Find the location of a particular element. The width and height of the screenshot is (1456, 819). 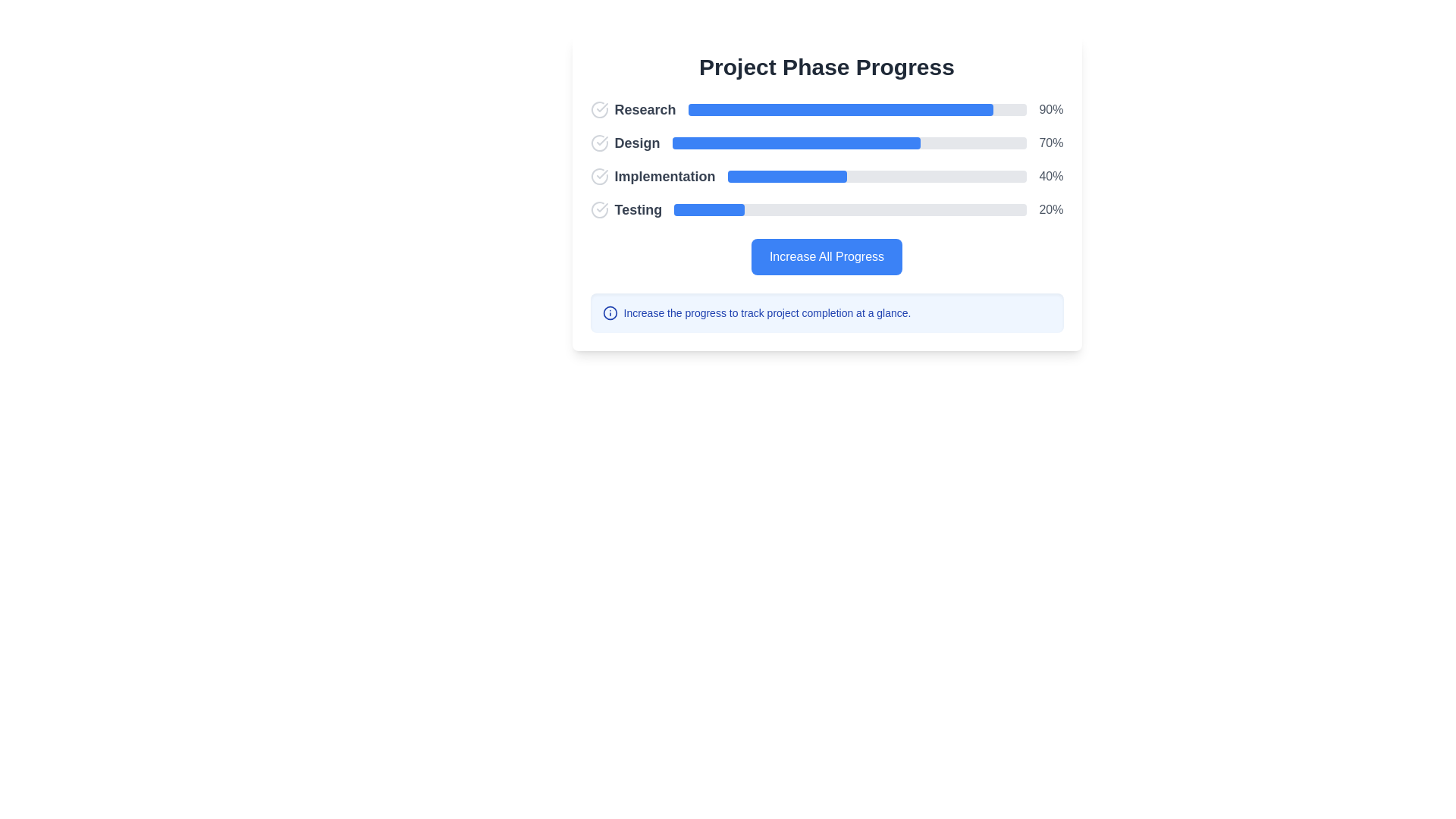

the completion status icon indicating the 'Design' phase in the progress tracker, located to the left of the text 'Design' is located at coordinates (598, 143).